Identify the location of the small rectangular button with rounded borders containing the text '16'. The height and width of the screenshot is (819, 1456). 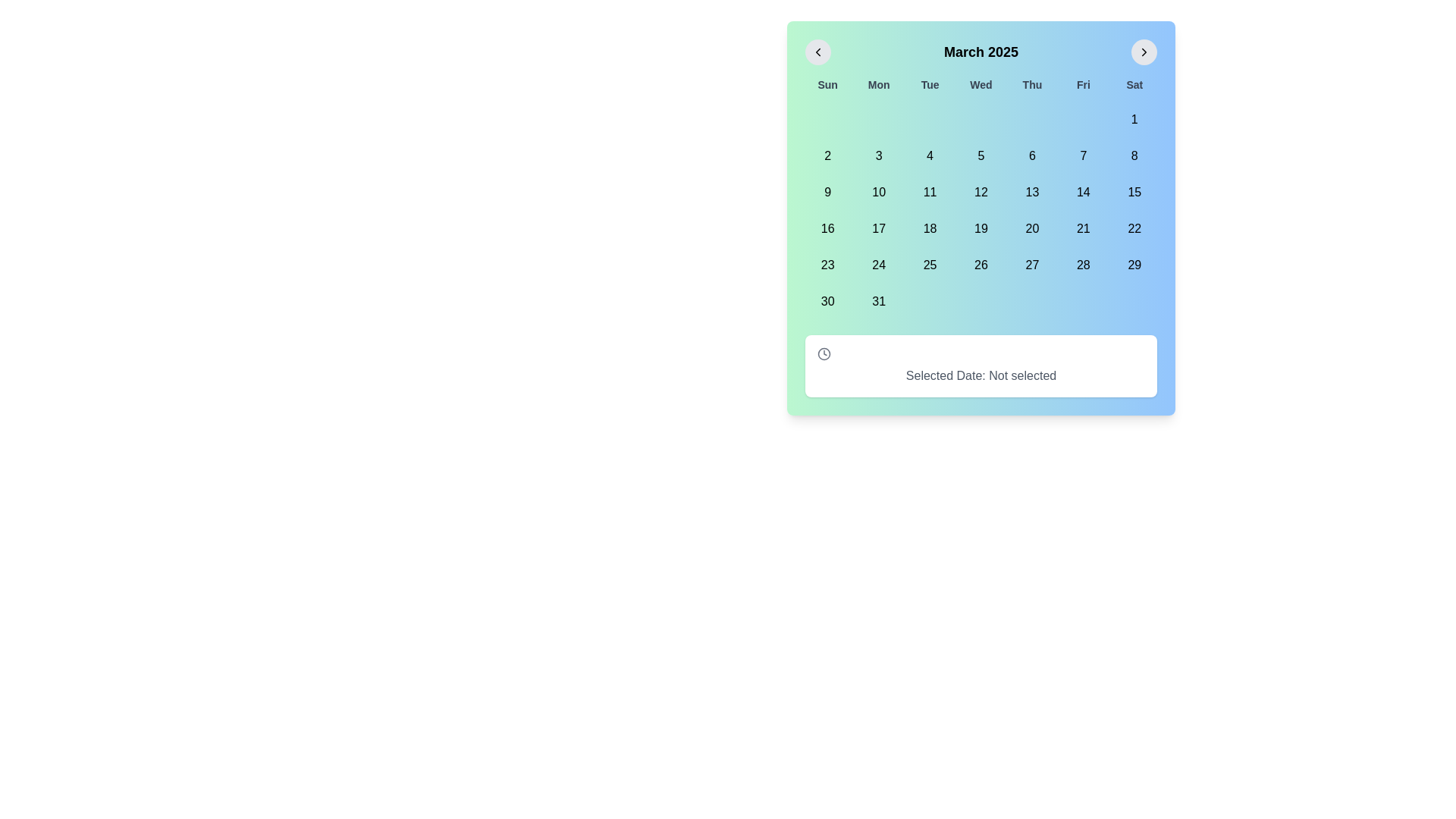
(827, 228).